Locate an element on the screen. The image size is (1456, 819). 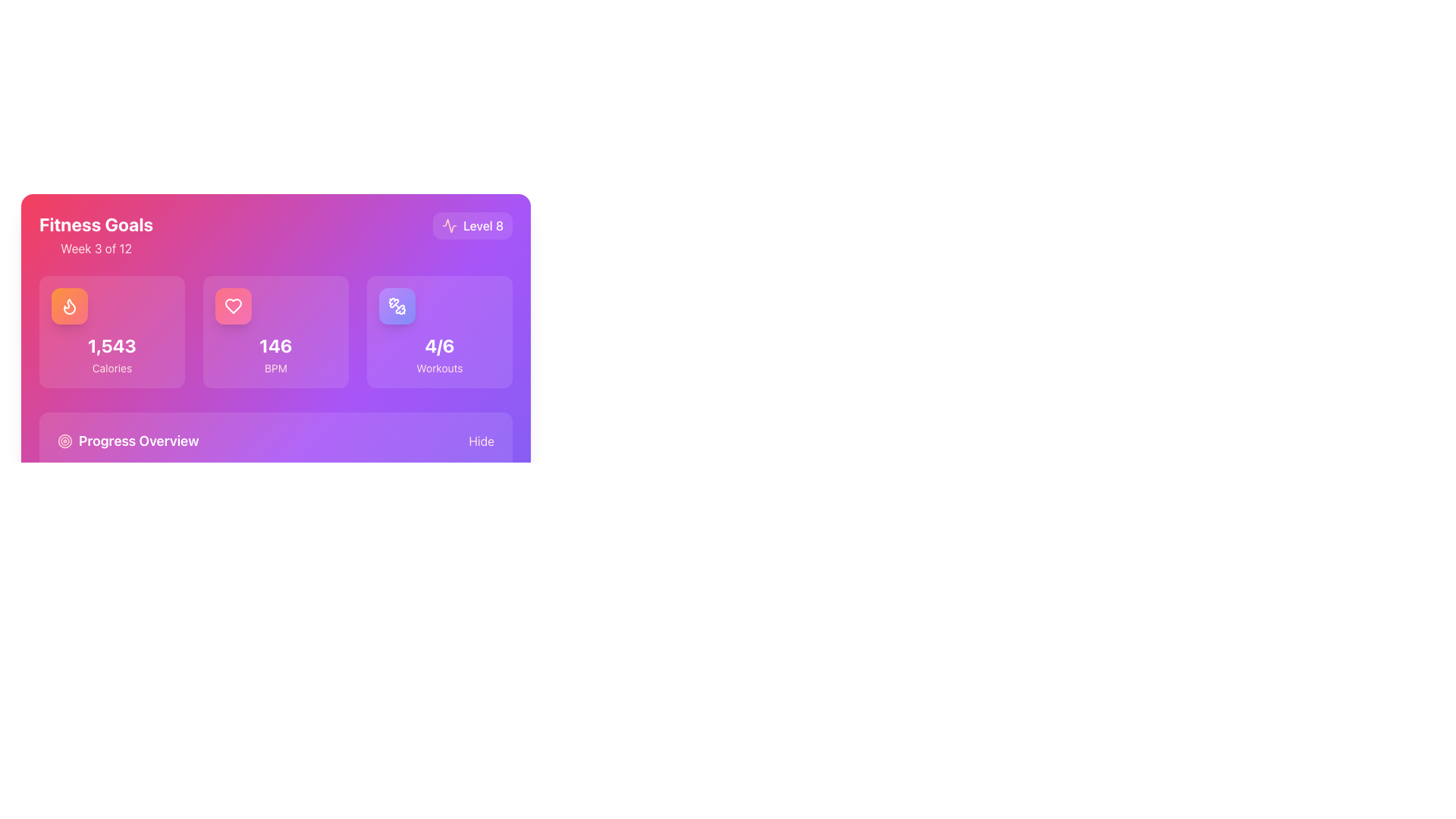
the 'Calories' label located at the bottom of the rectangular card, which provides context for the numerical value of 1,543 above it is located at coordinates (111, 369).